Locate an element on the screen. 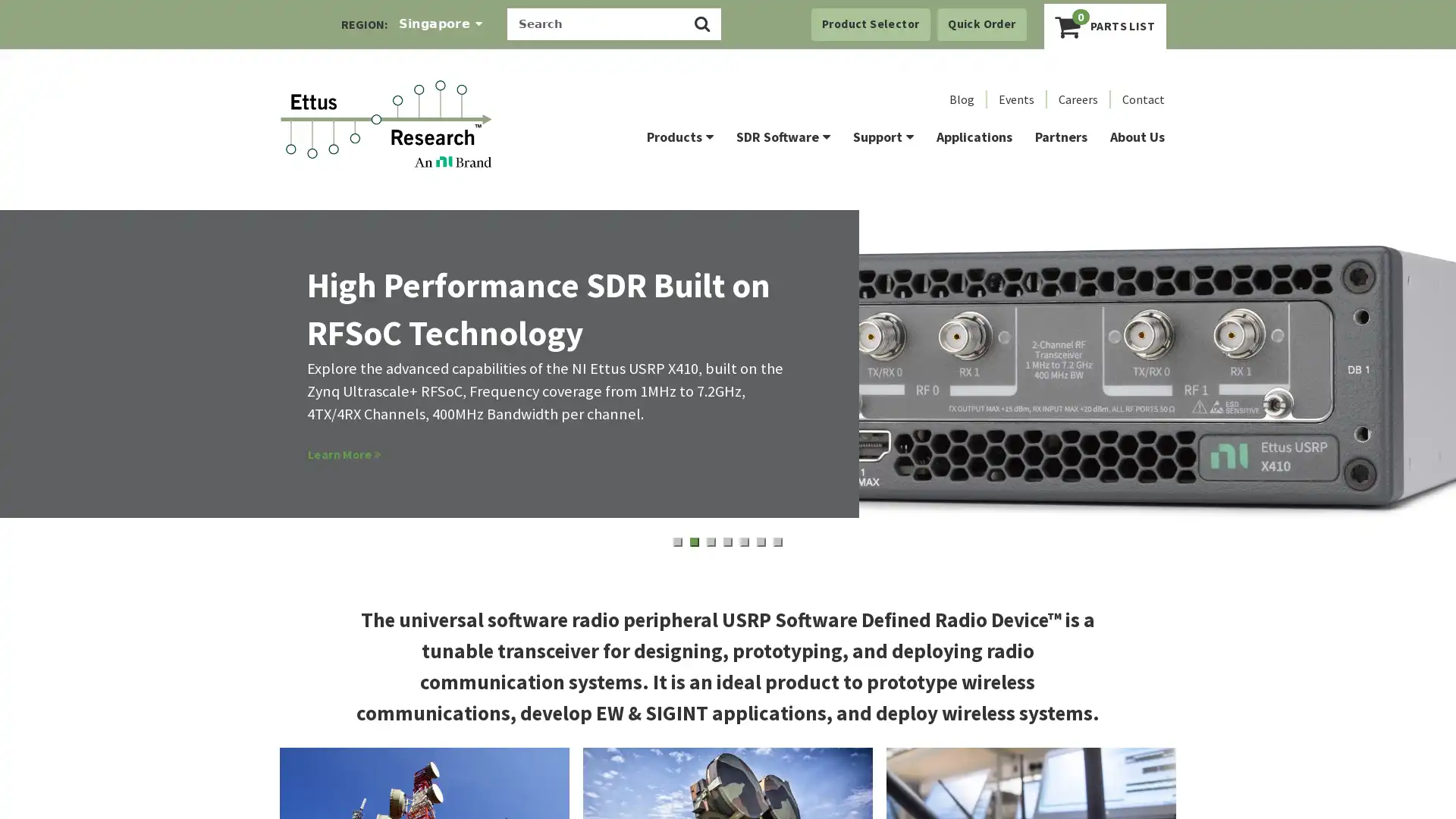  Previous is located at coordinates (45, 386).